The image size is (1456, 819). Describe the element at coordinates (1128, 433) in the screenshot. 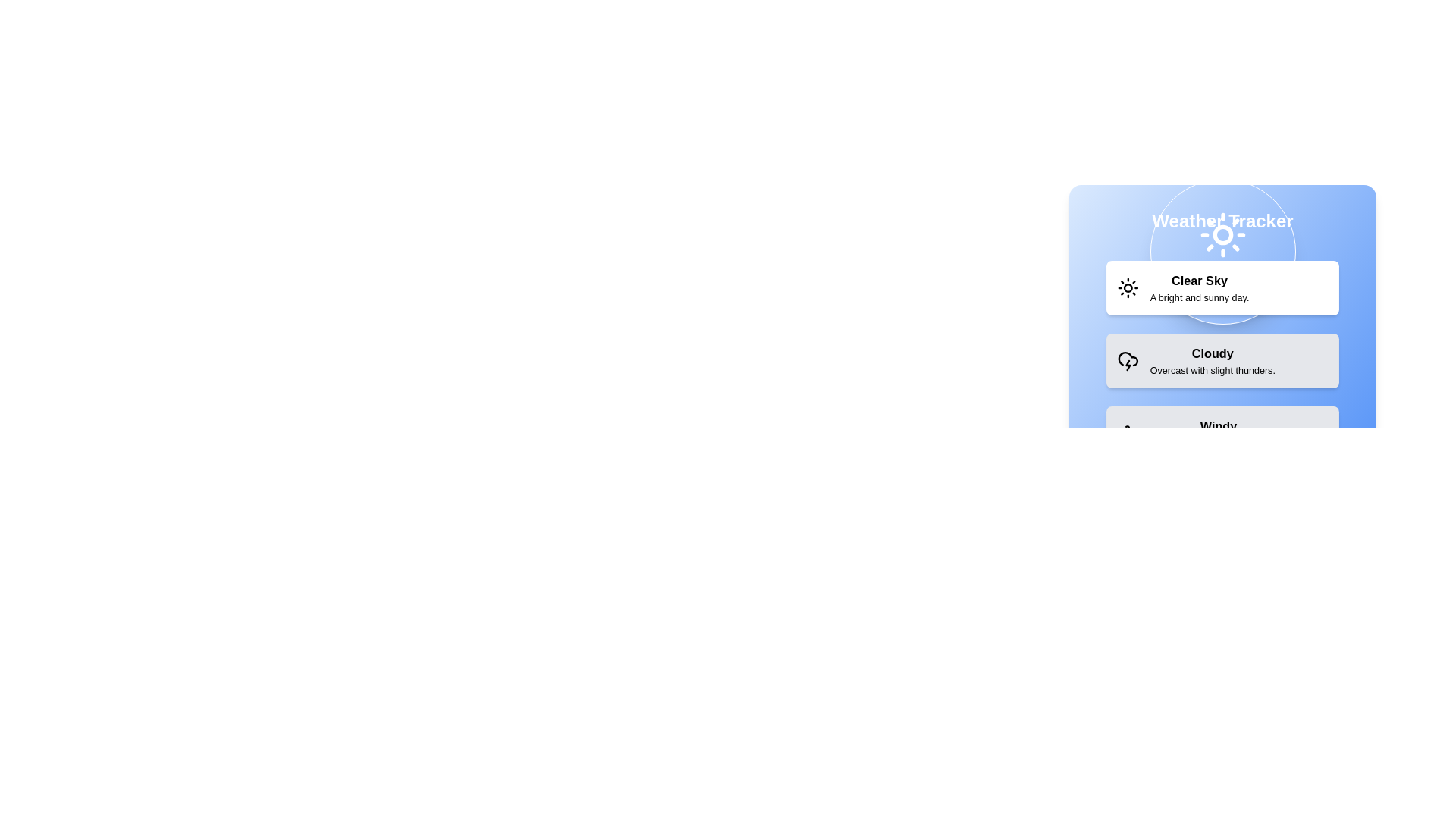

I see `the SVG graphic icon representing windy weather conditions located at the top-left corner of the card with 'Windy' text above it` at that location.